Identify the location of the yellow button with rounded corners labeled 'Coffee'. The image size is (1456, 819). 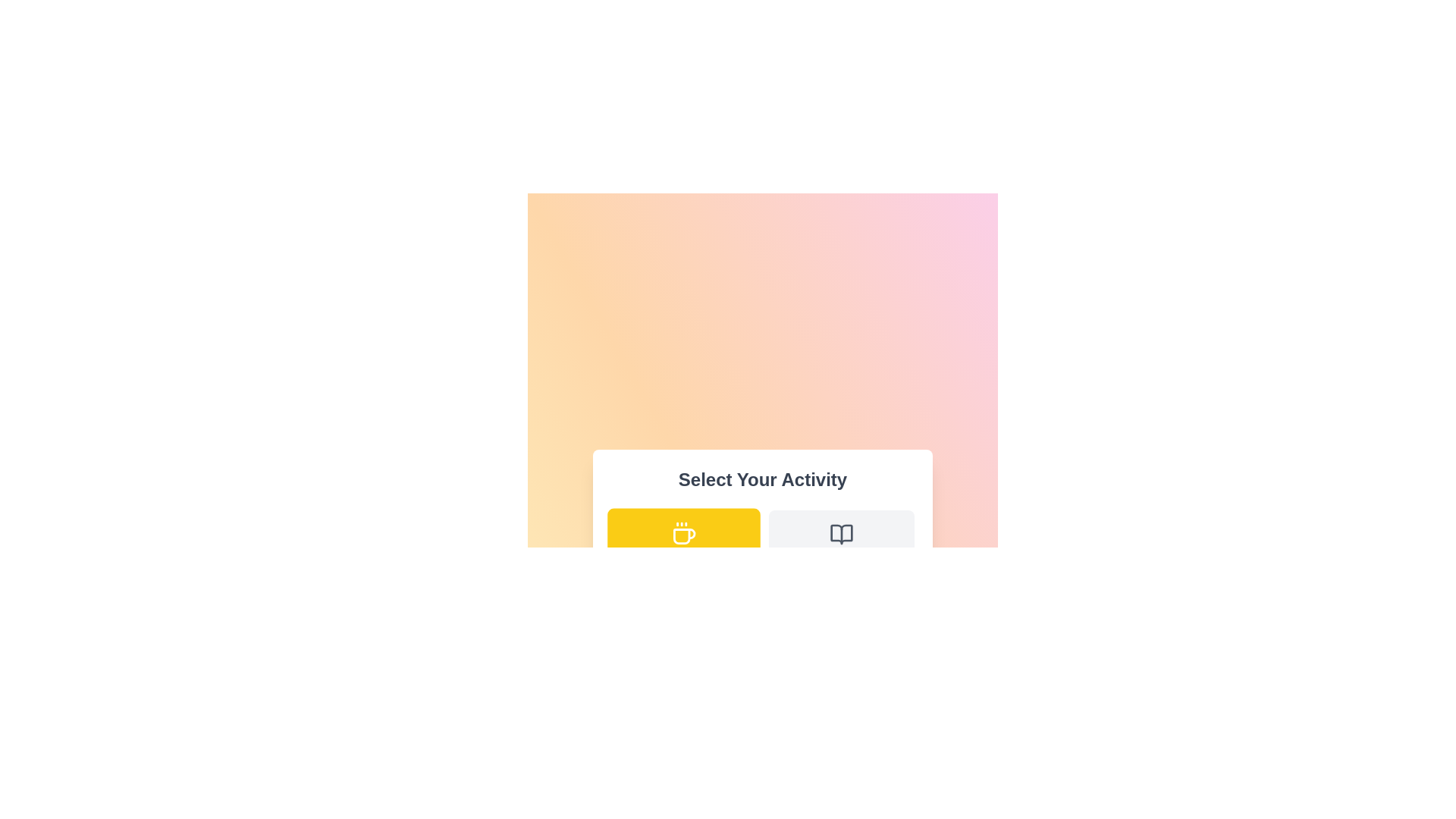
(683, 548).